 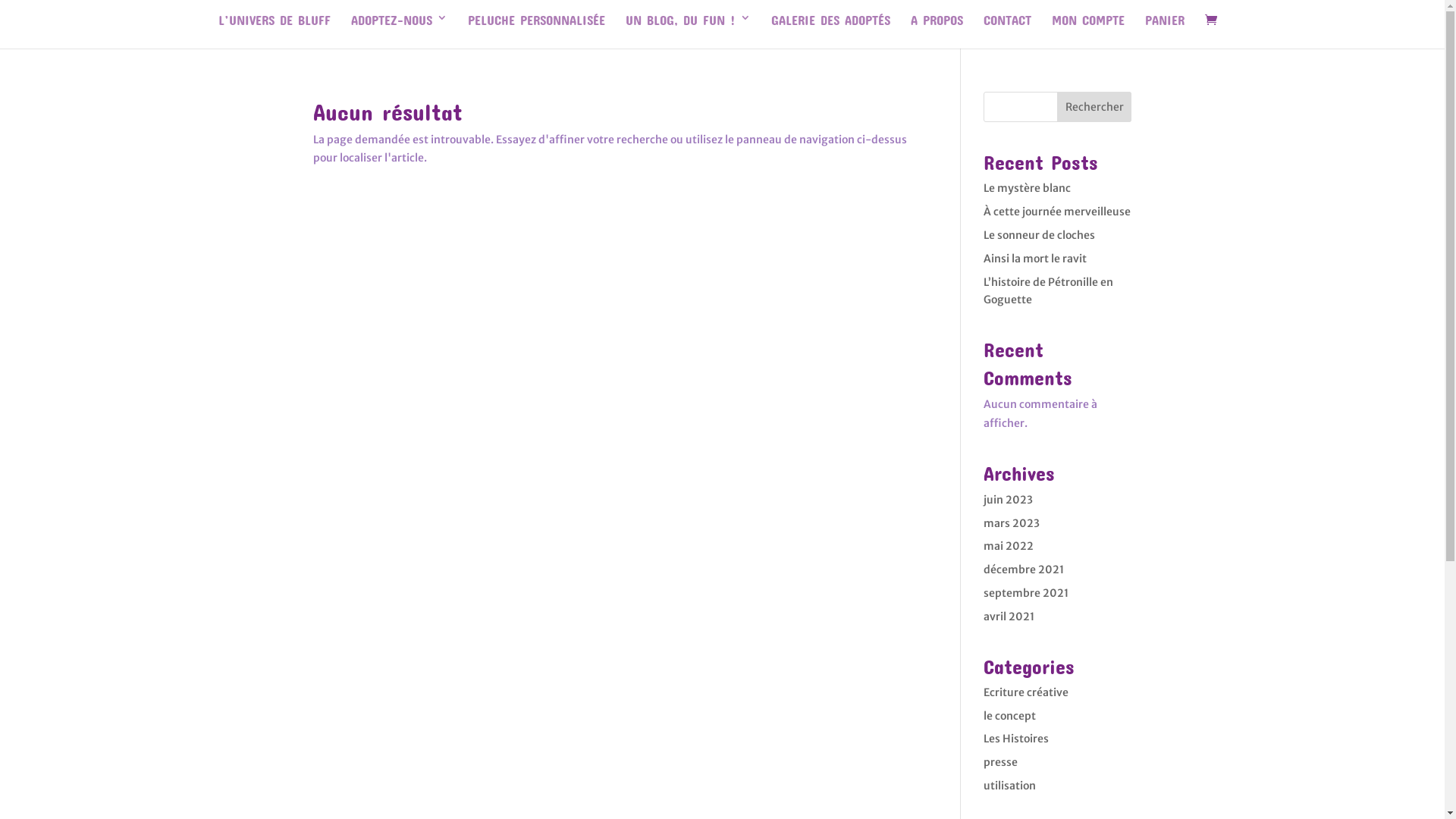 What do you see at coordinates (1164, 30) in the screenshot?
I see `'PANIER'` at bounding box center [1164, 30].